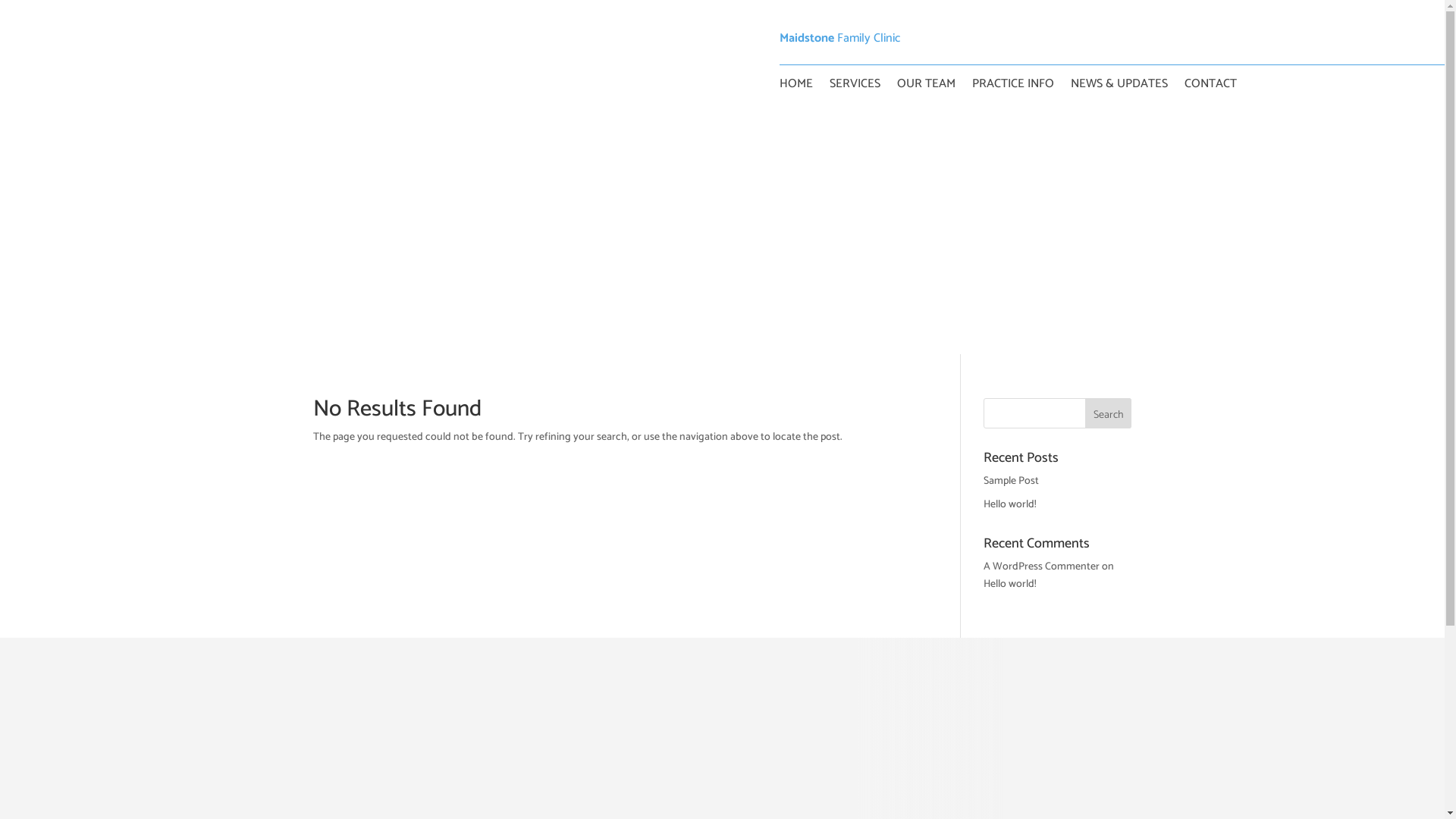 Image resolution: width=1456 pixels, height=819 pixels. What do you see at coordinates (855, 87) in the screenshot?
I see `'SERVICES'` at bounding box center [855, 87].